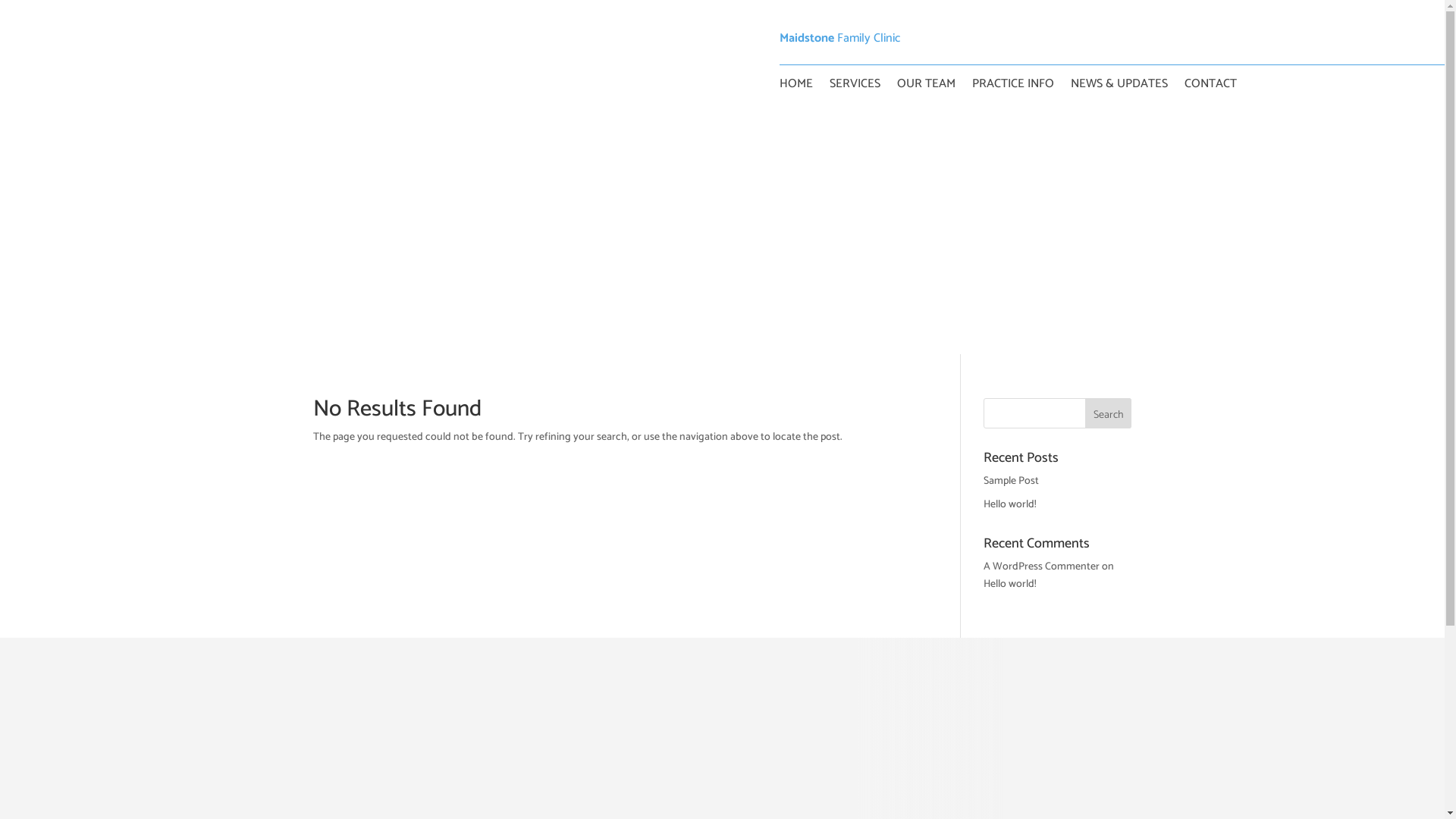 Image resolution: width=1456 pixels, height=819 pixels. What do you see at coordinates (855, 87) in the screenshot?
I see `'SERVICES'` at bounding box center [855, 87].